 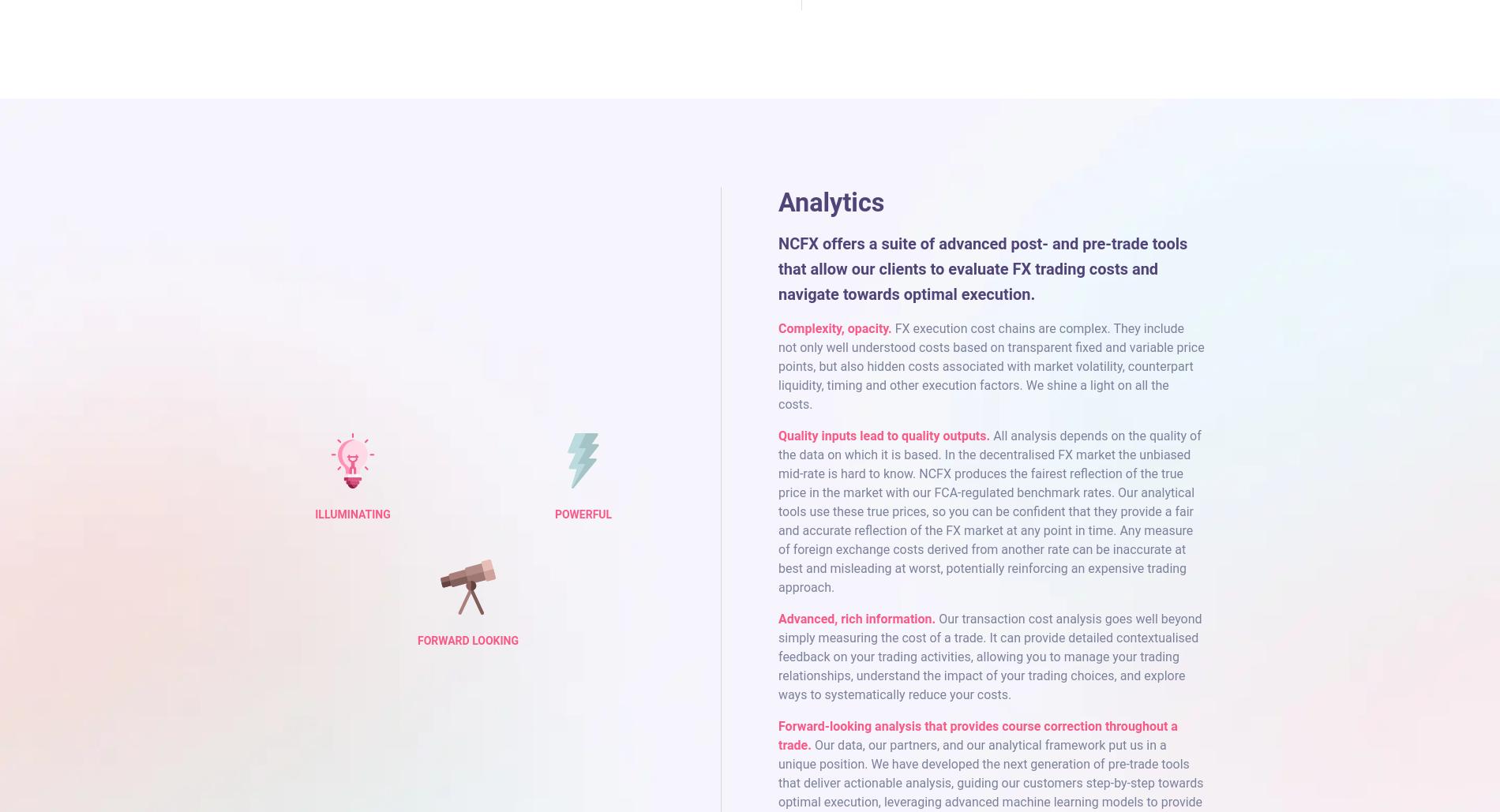 I want to click on 'Analytics', so click(x=831, y=201).